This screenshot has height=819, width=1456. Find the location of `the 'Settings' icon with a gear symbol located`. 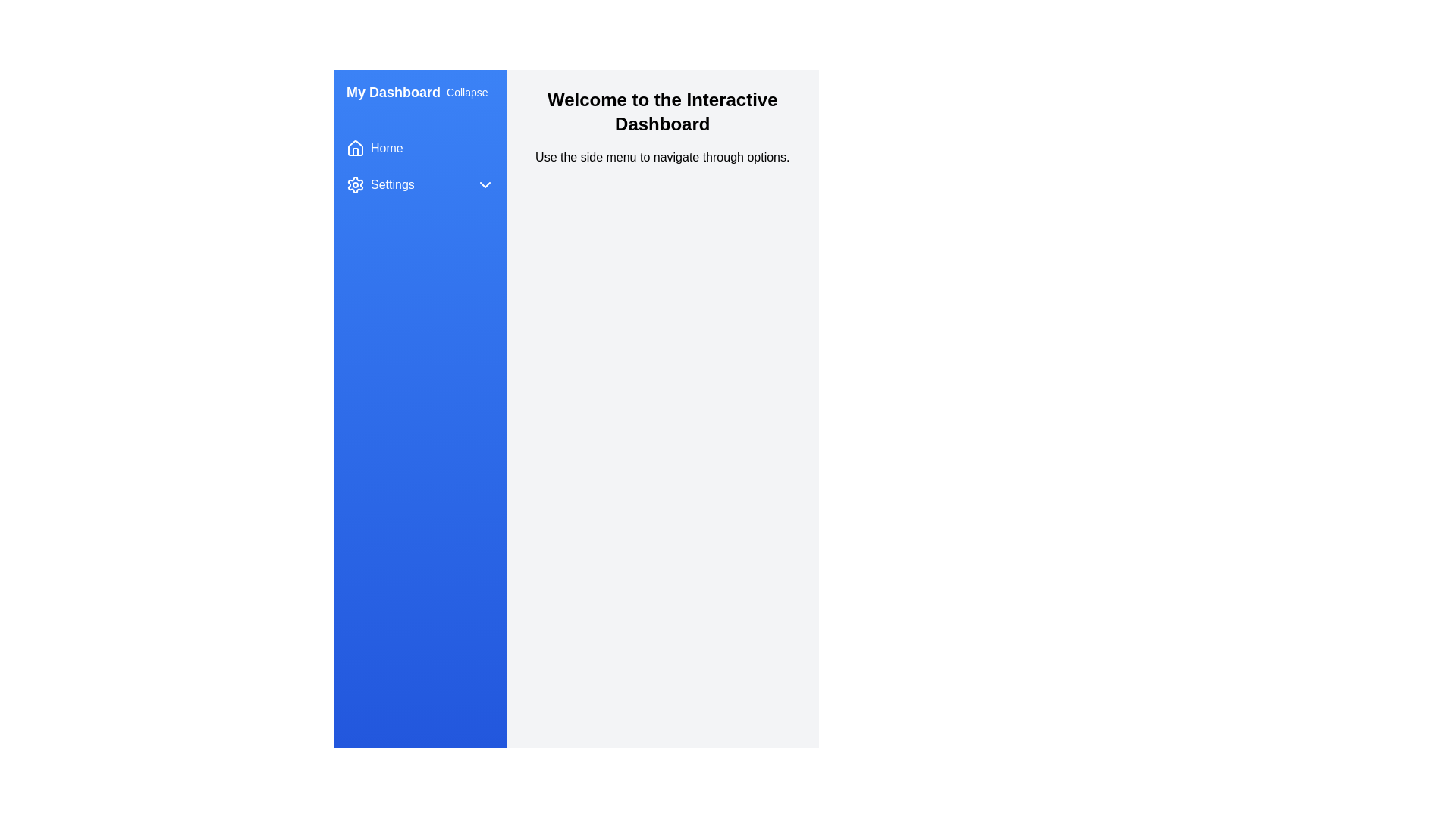

the 'Settings' icon with a gear symbol located is located at coordinates (380, 184).